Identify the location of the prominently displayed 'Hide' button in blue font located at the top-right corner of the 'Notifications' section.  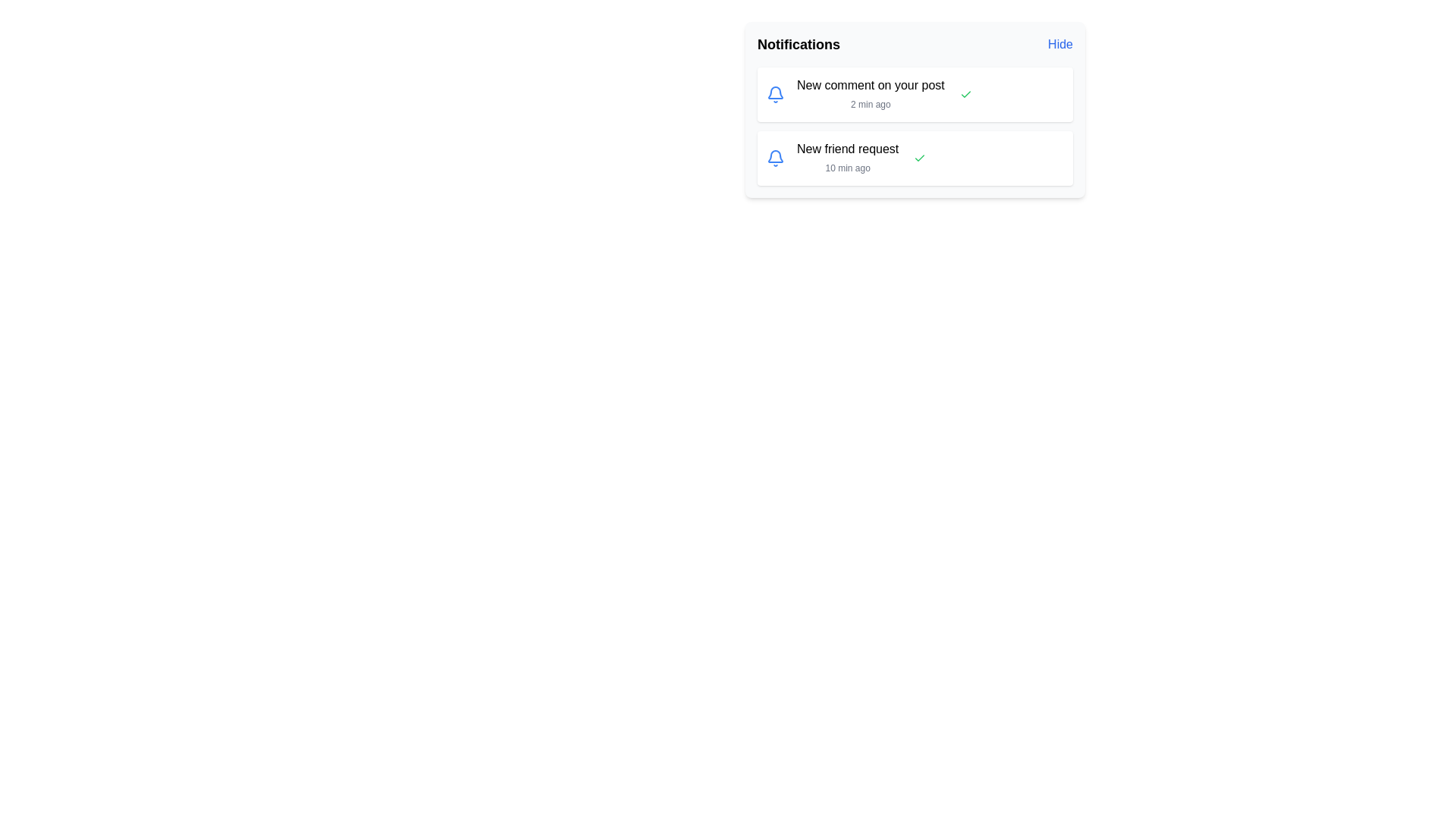
(1059, 43).